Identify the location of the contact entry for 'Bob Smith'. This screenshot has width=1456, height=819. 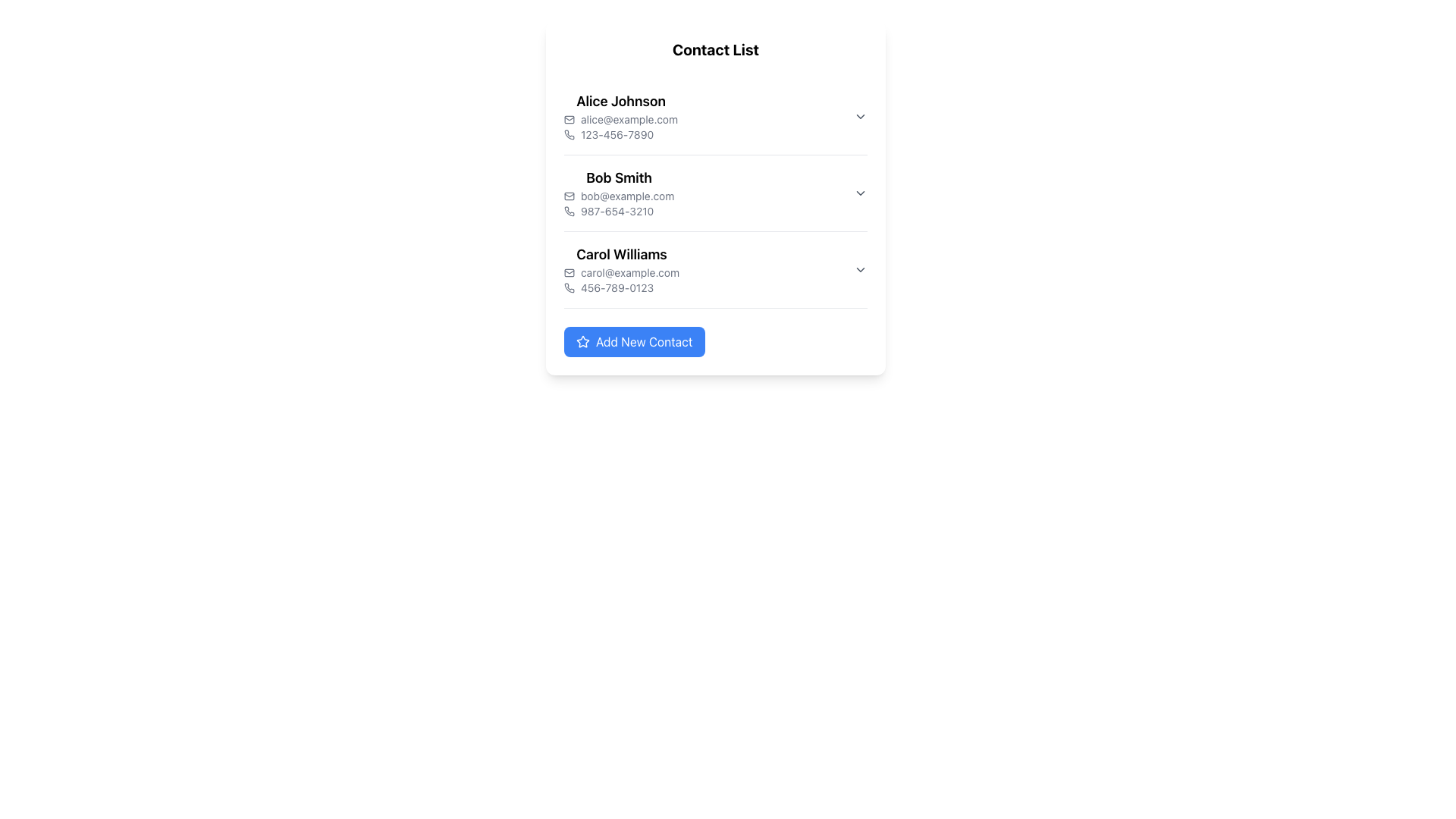
(715, 192).